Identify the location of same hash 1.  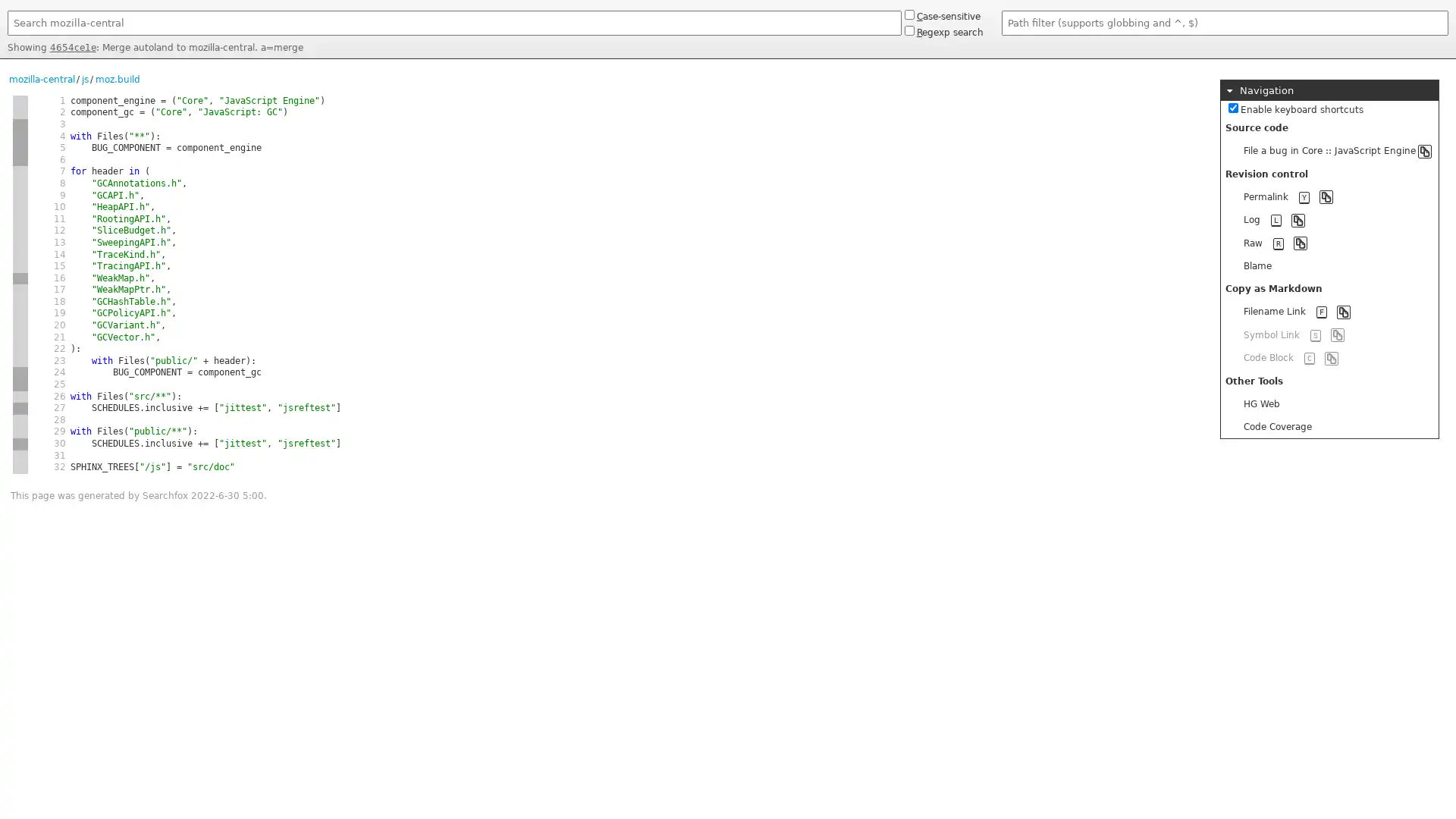
(20, 360).